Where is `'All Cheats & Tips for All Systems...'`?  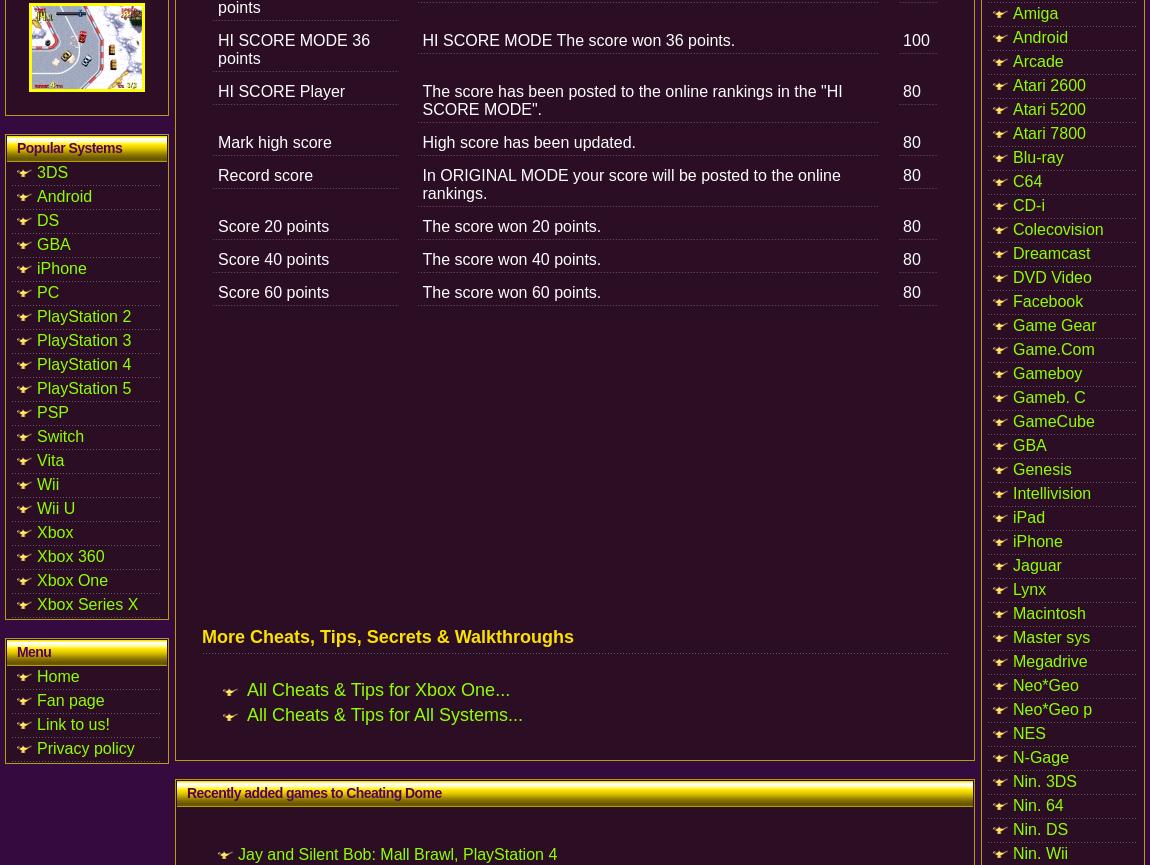
'All Cheats & Tips for All Systems...' is located at coordinates (385, 715).